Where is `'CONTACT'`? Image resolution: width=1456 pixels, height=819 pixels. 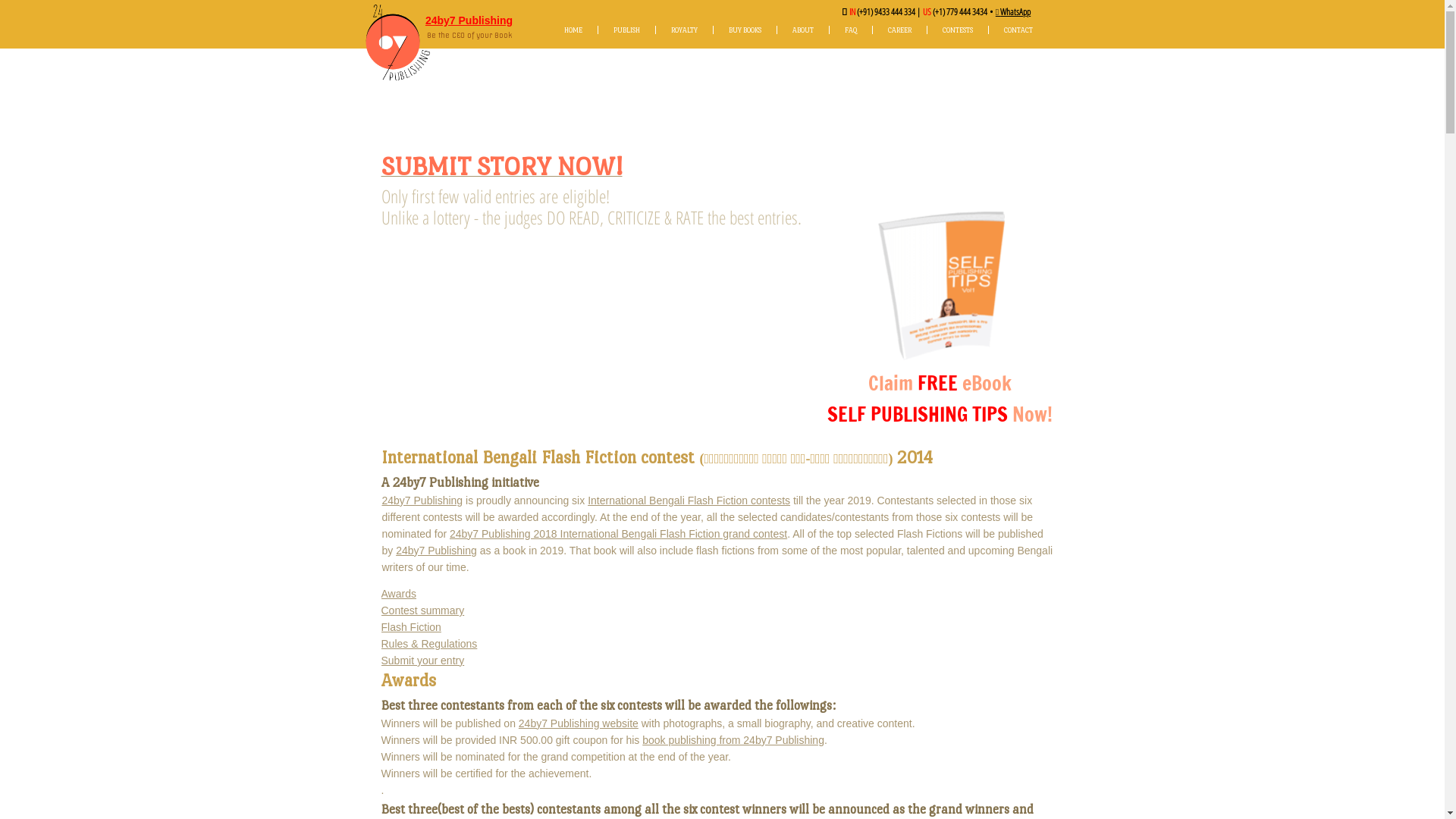
'CONTACT' is located at coordinates (1018, 30).